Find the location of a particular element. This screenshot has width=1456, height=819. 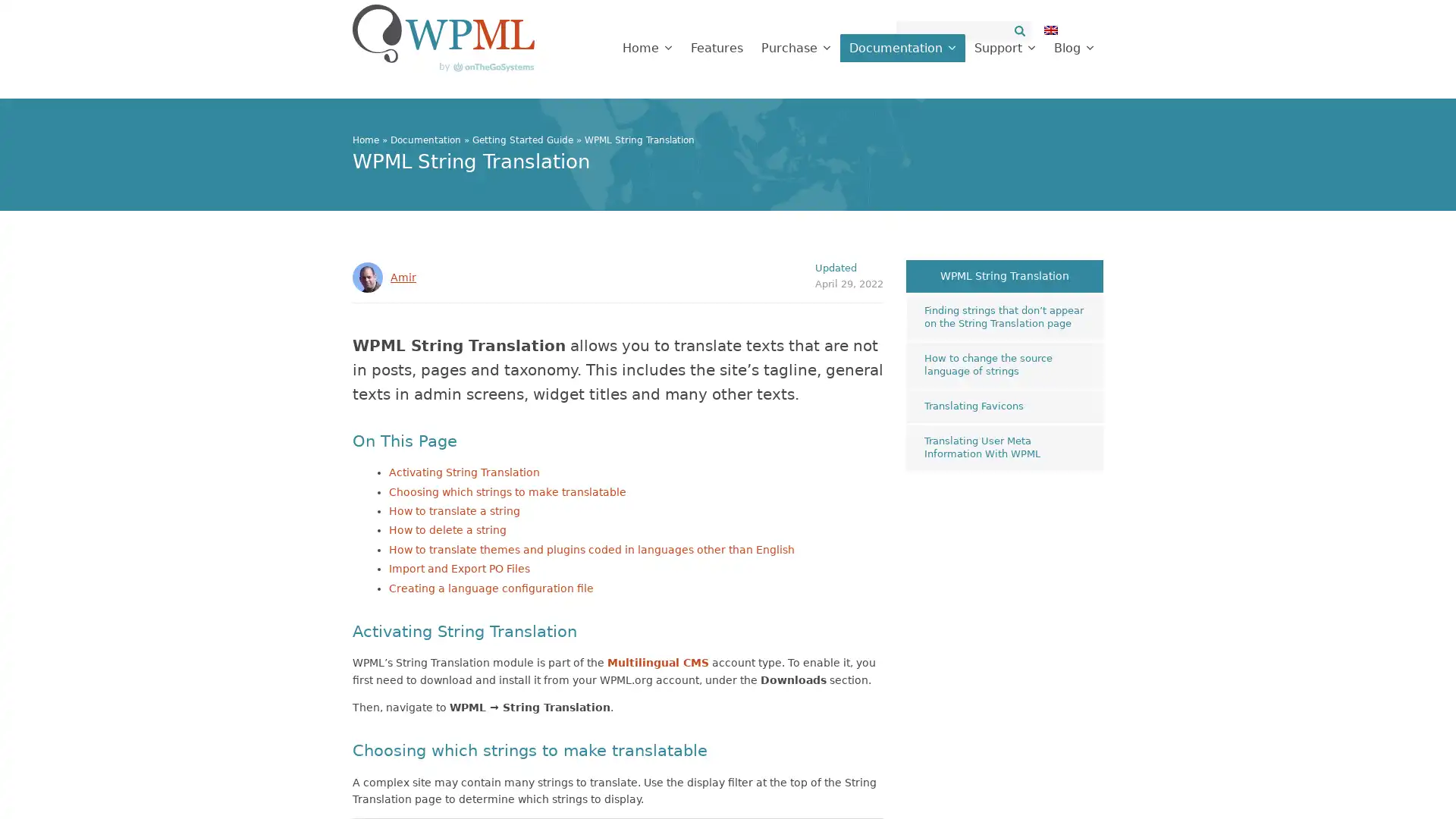

Search is located at coordinates (1019, 33).